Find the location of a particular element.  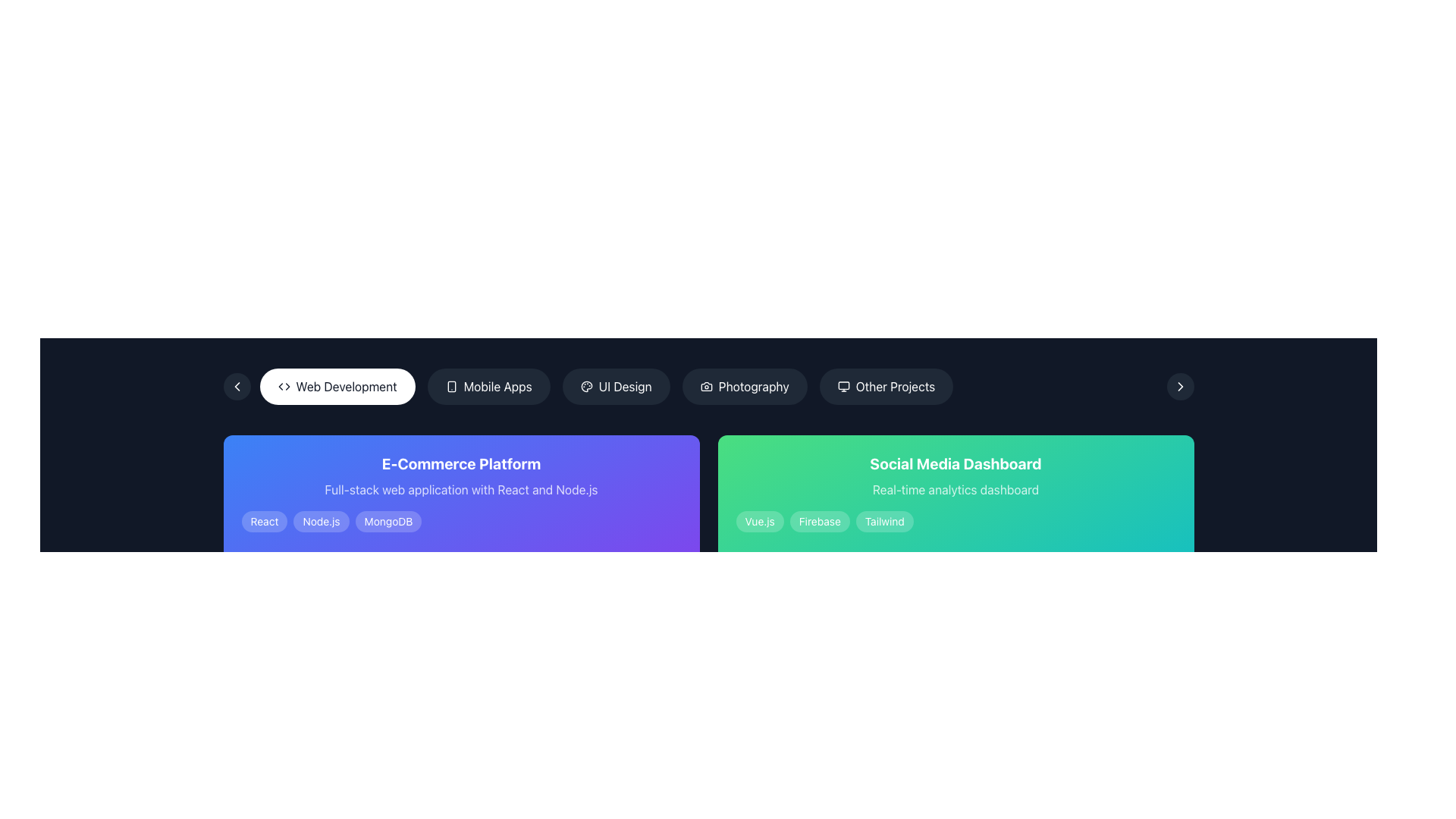

the 'Other Projects' button, which displays the text in white font within a rounded rectangular button on a dark gray background is located at coordinates (895, 385).